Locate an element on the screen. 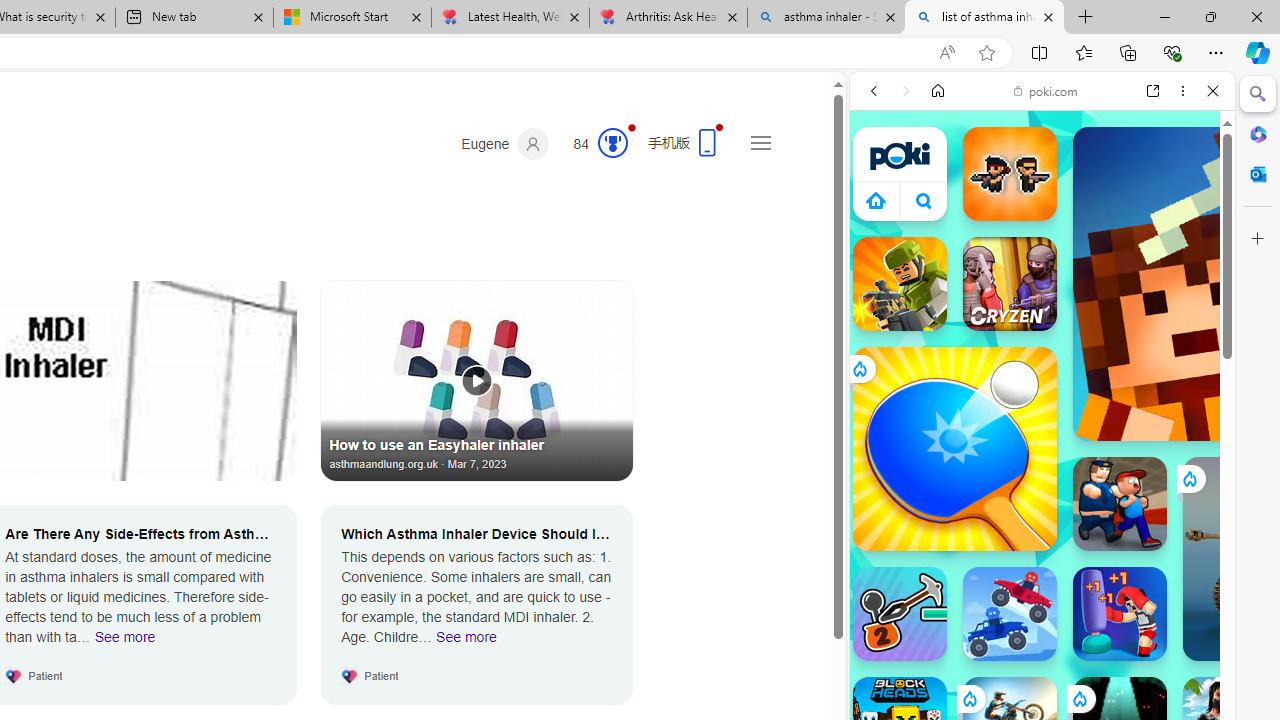  'Escape From School' is located at coordinates (1120, 502).